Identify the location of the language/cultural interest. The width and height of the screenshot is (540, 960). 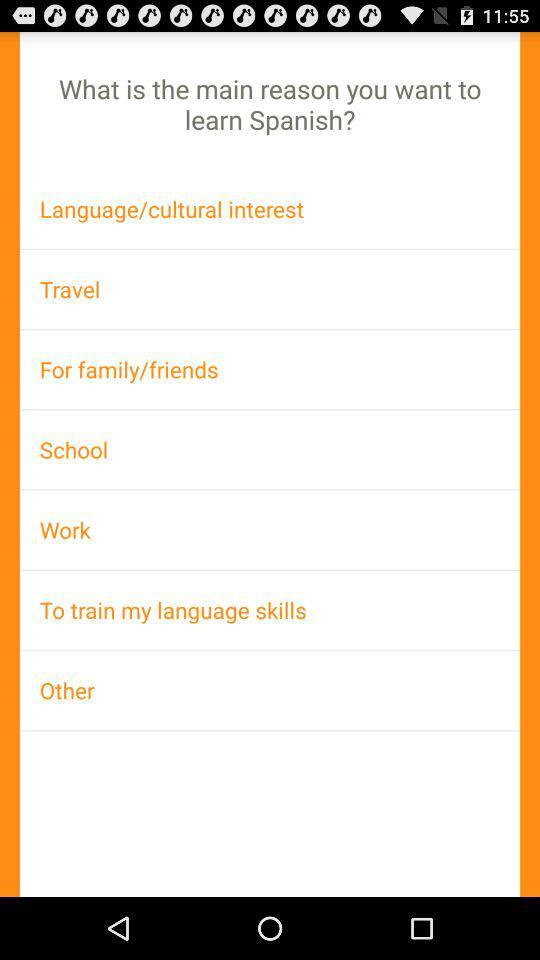
(270, 208).